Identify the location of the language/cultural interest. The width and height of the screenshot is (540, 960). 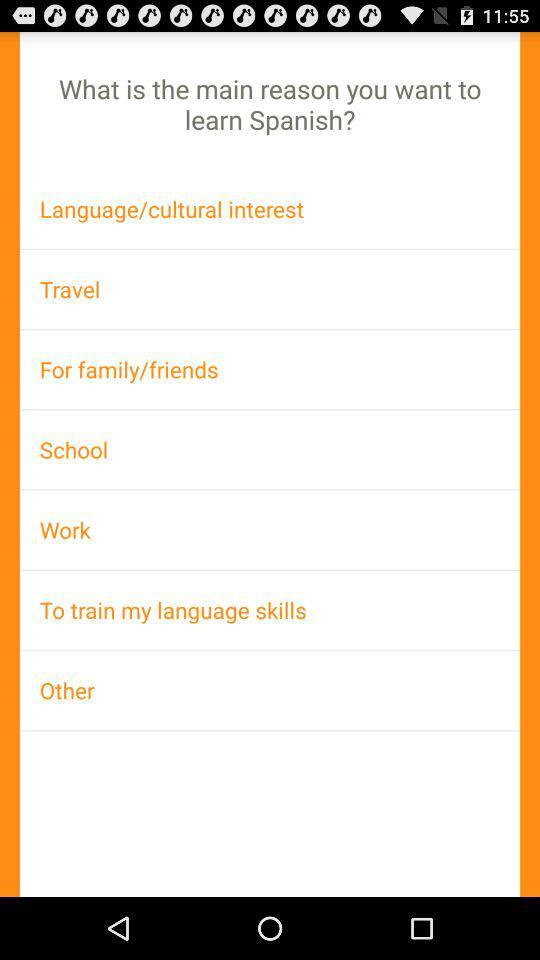
(270, 208).